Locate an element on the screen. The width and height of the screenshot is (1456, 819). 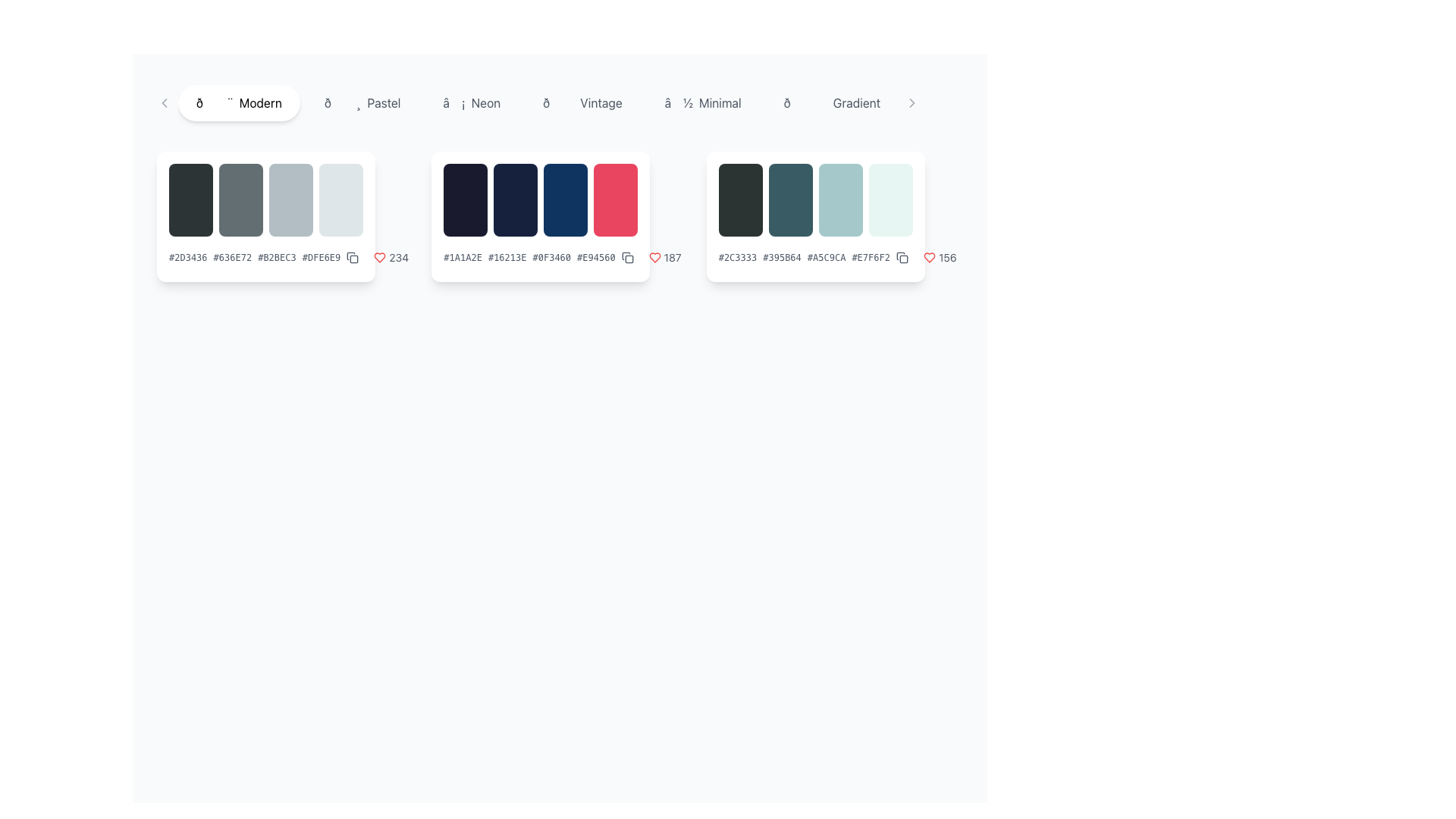
the lightning bolt icon, which is gray and positioned to the left of the word 'Neon' is located at coordinates (453, 102).